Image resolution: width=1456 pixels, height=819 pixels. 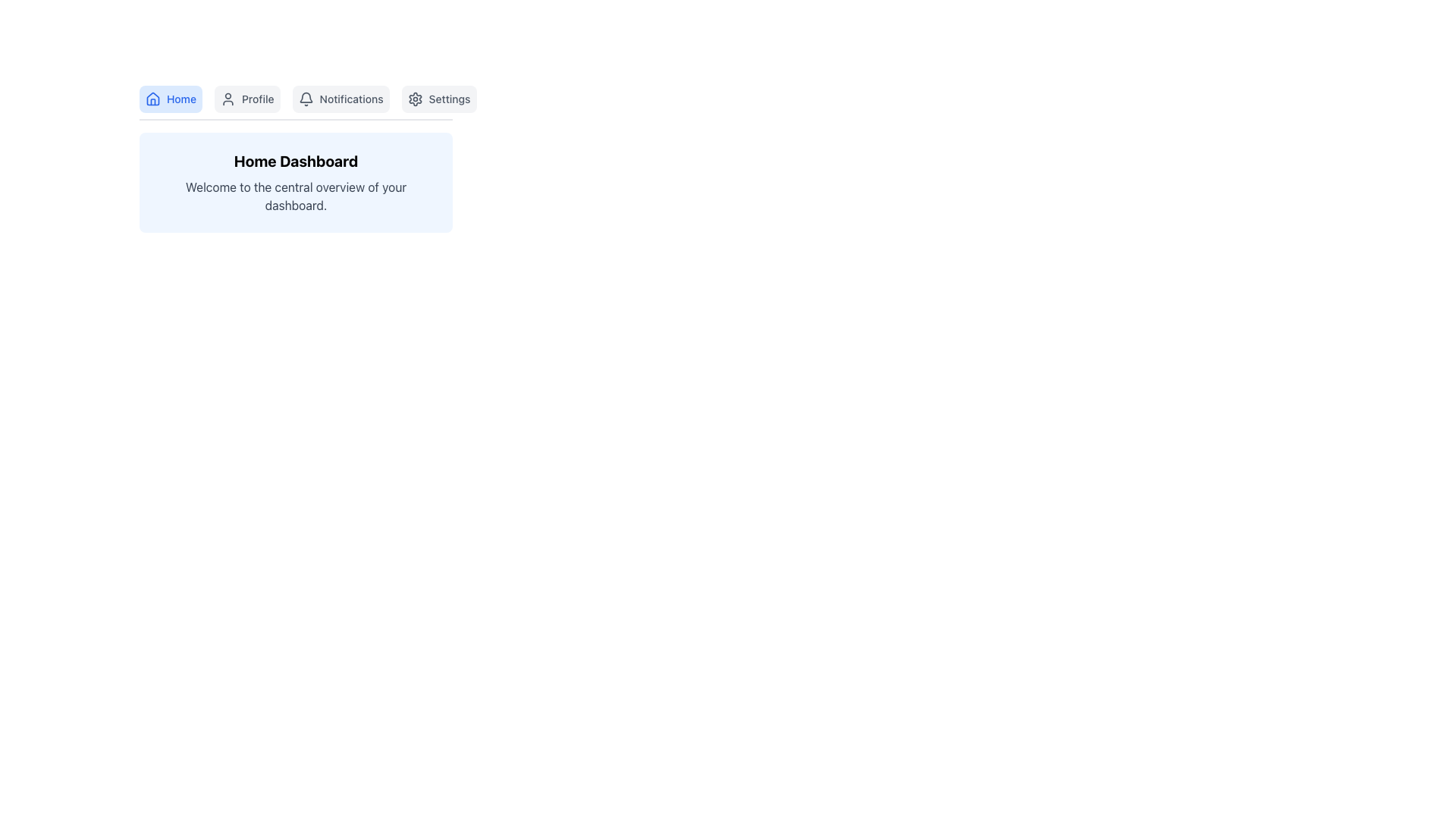 I want to click on the Profile button by targeting the user silhouette icon located to the left of the text 'Profile' in the navigation bar, so click(x=227, y=99).